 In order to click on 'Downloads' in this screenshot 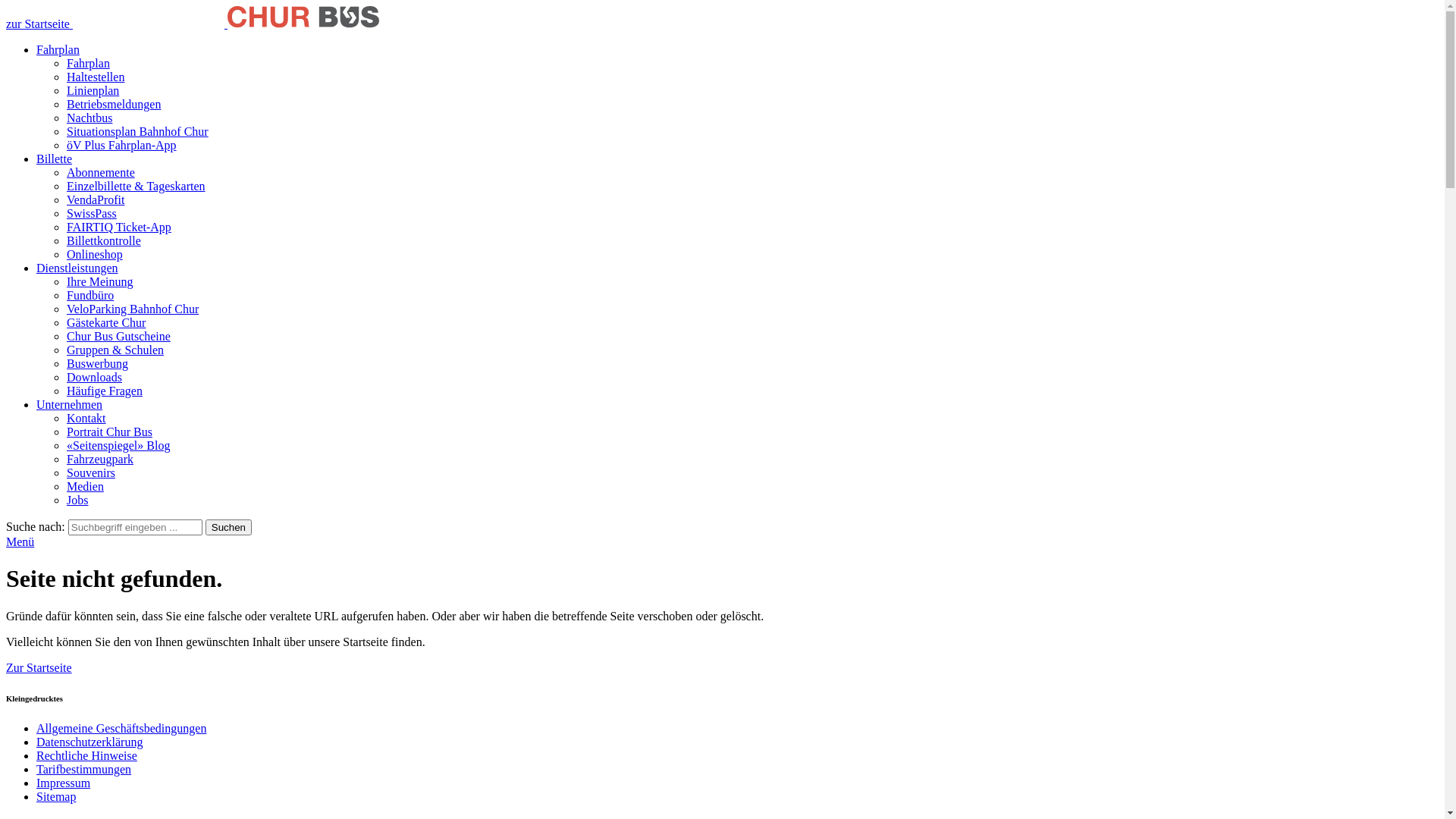, I will do `click(93, 376)`.